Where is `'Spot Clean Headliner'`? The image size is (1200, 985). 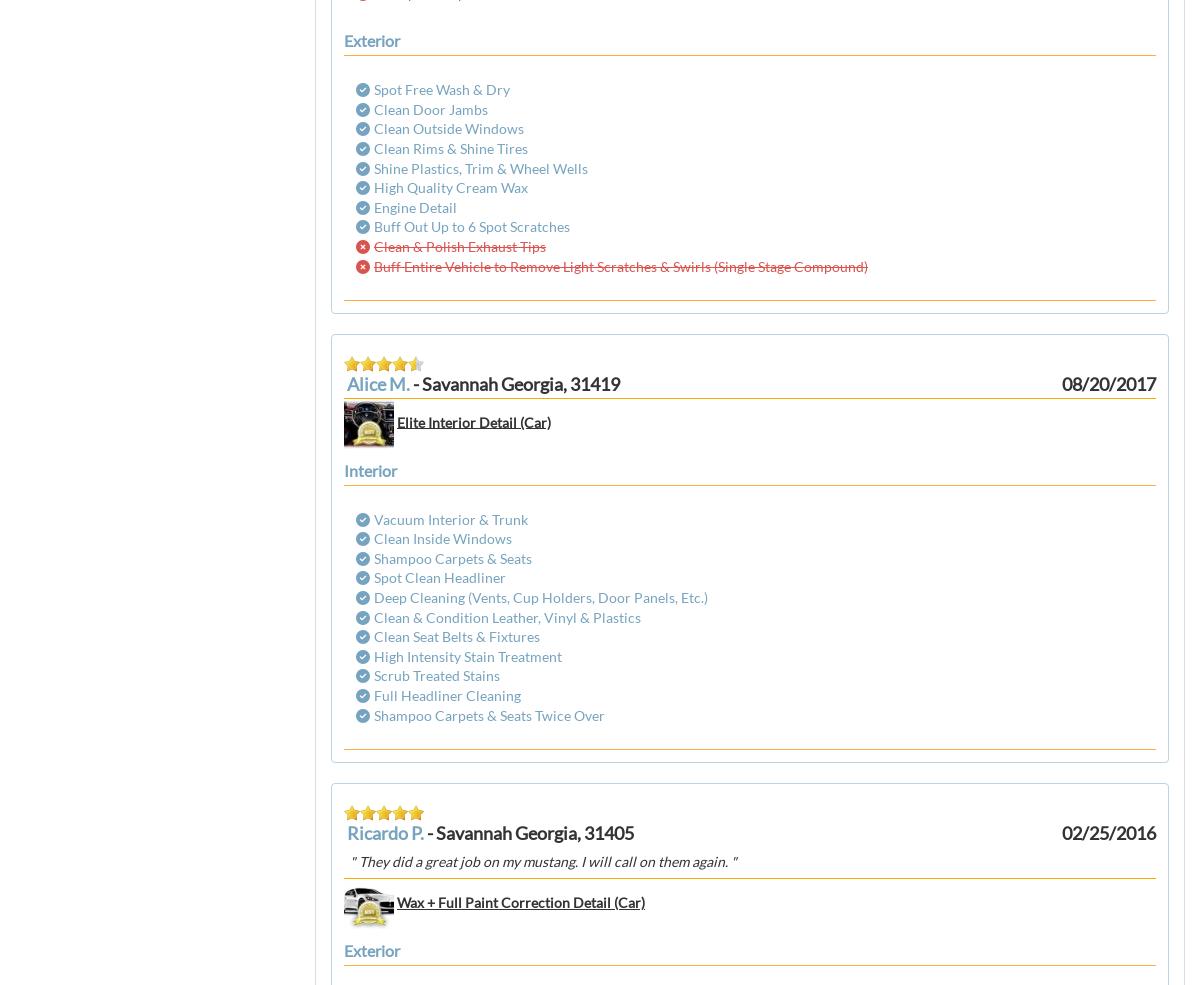
'Spot Clean Headliner' is located at coordinates (440, 577).